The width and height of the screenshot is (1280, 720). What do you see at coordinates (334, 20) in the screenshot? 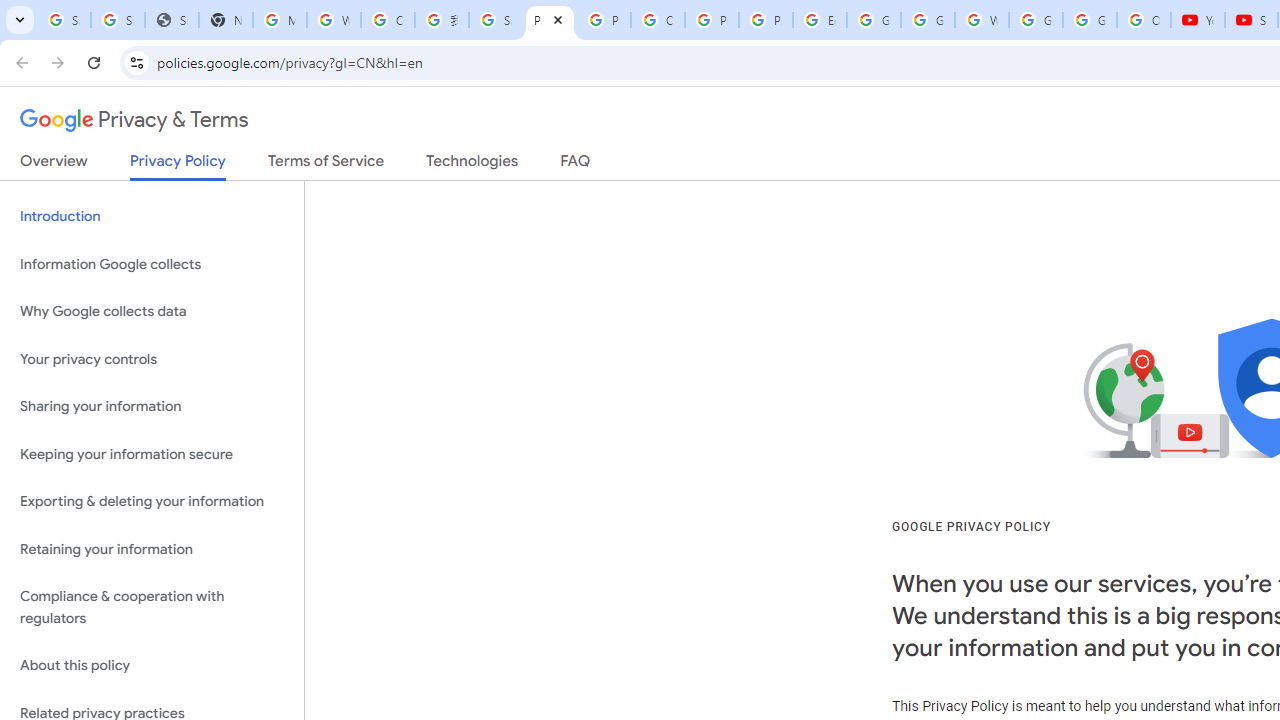
I see `'Who is my administrator? - Google Account Help'` at bounding box center [334, 20].